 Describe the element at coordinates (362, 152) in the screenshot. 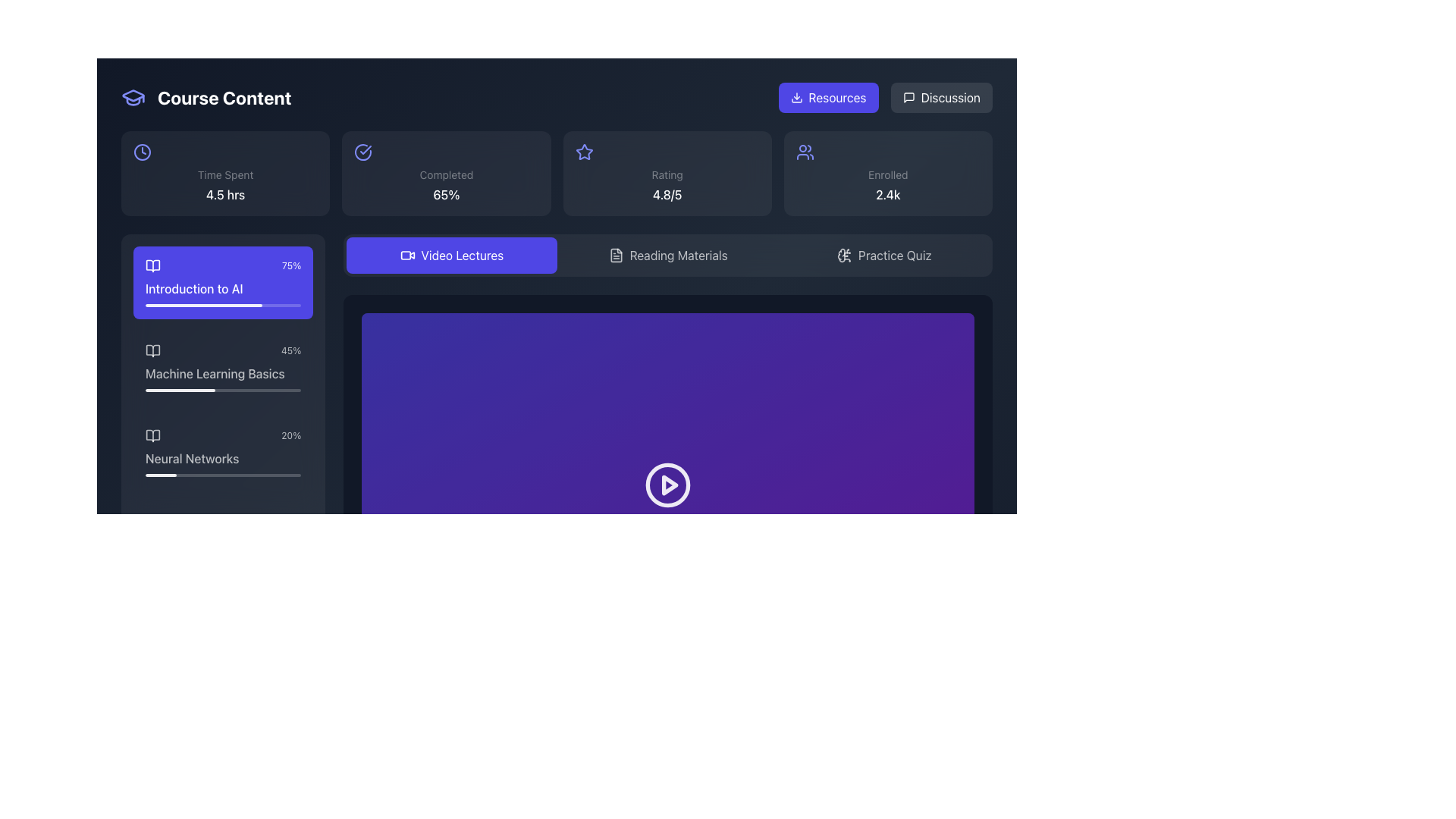

I see `the completion state icon located at the top-center of the user interface within the 'Completed' card` at that location.